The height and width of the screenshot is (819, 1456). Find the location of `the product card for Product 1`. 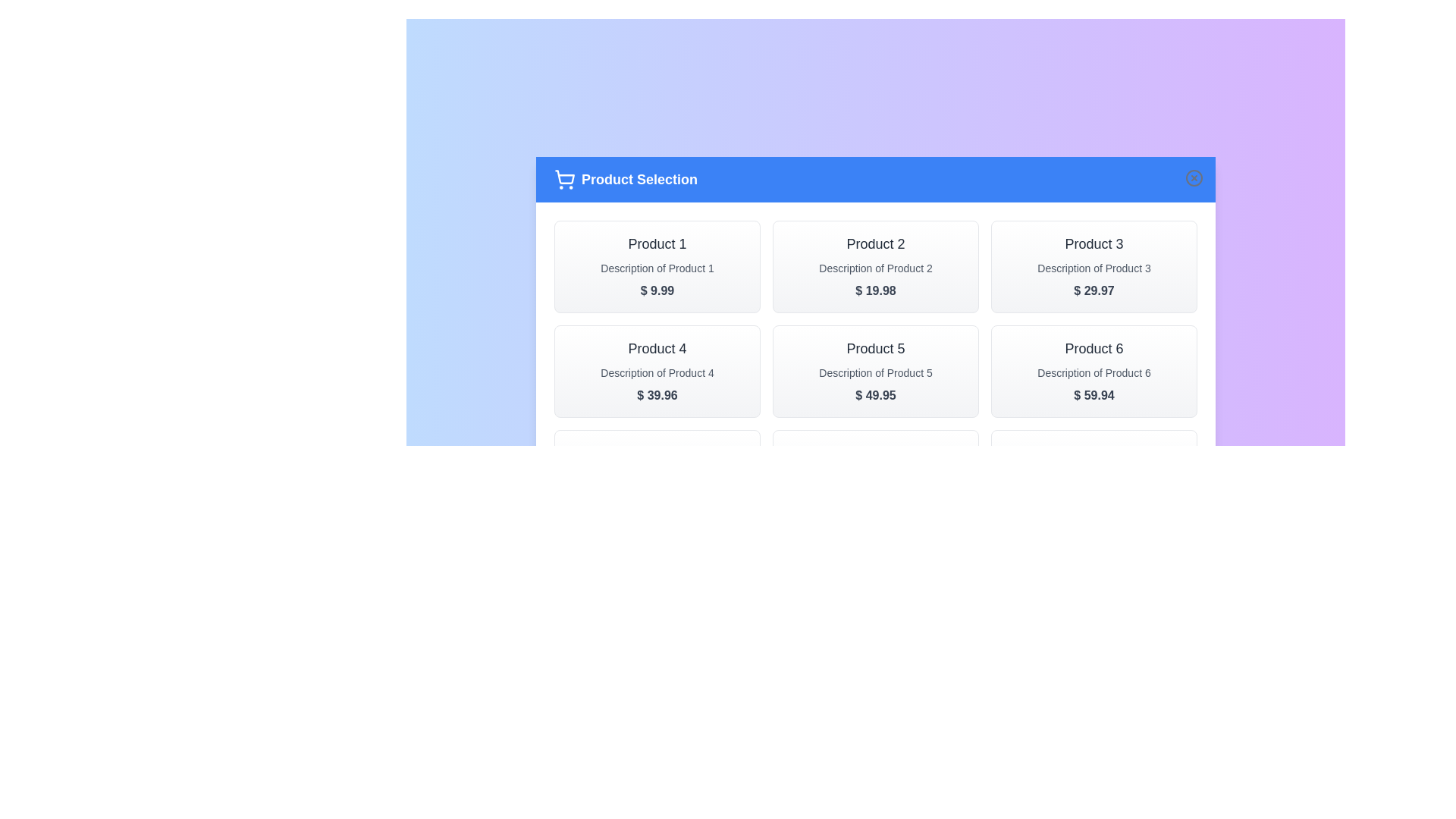

the product card for Product 1 is located at coordinates (657, 265).